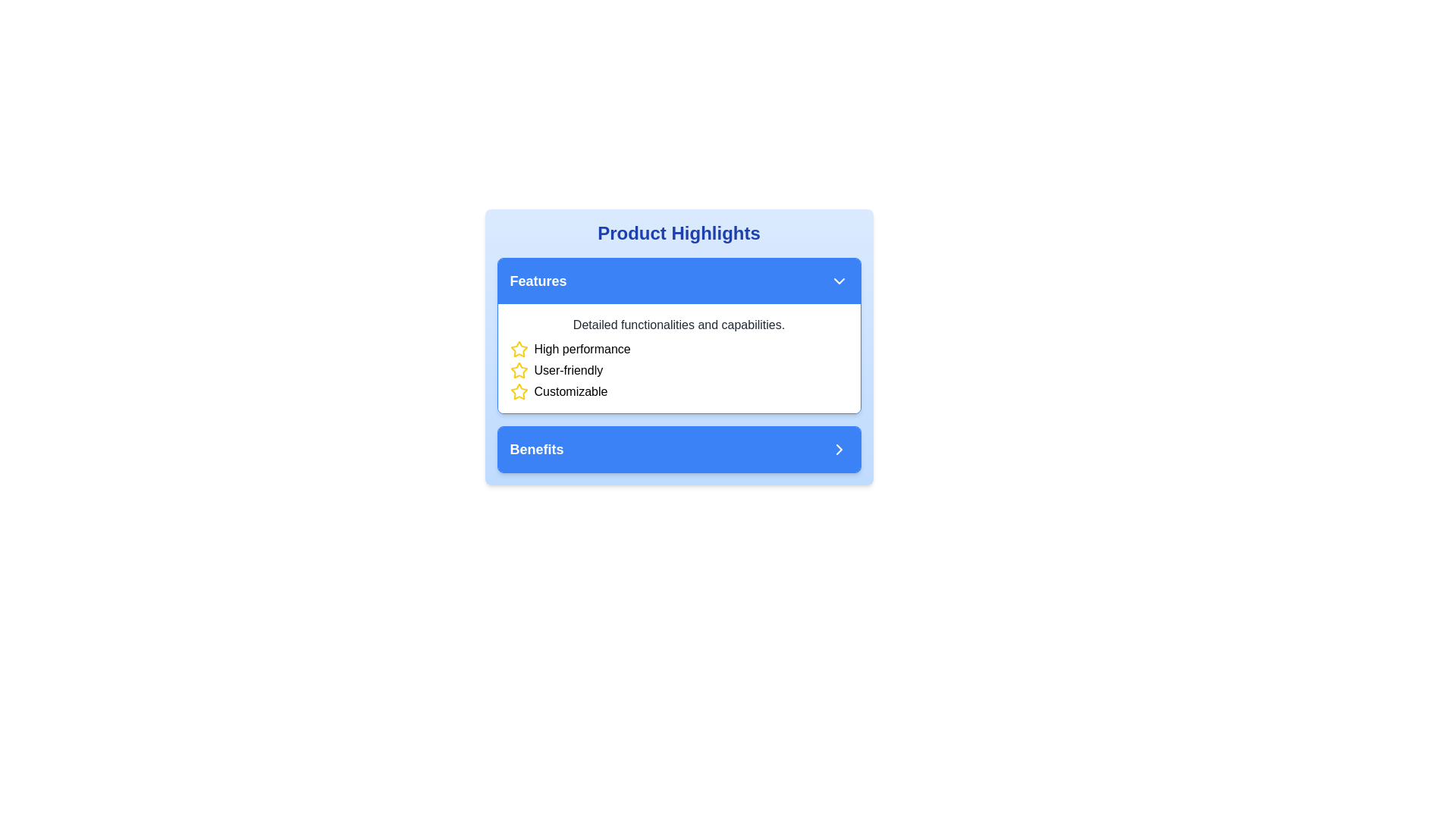  Describe the element at coordinates (678, 324) in the screenshot. I see `the text label displaying 'Detailed functionalities and capabilities.' located under the 'Features' section` at that location.